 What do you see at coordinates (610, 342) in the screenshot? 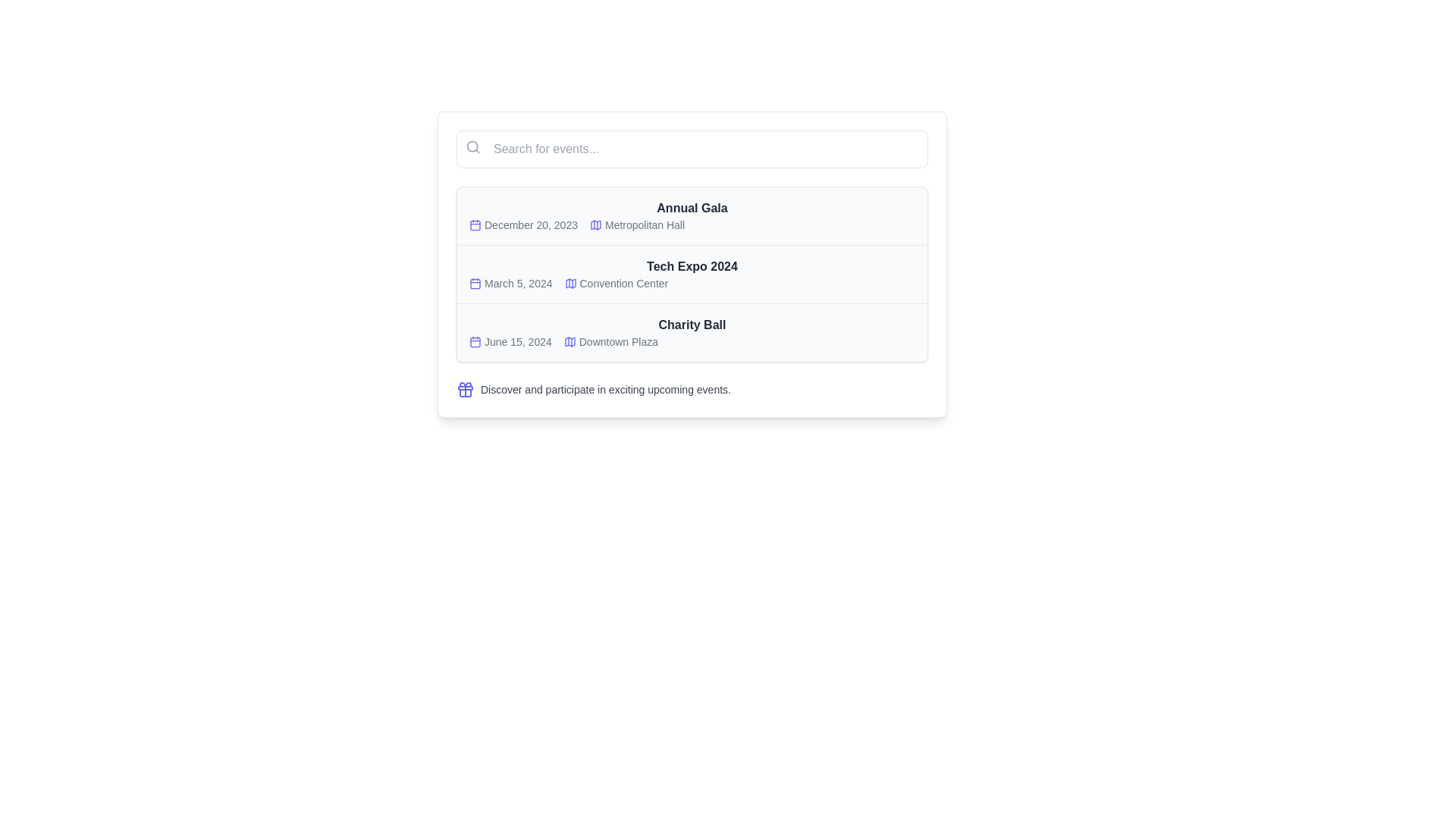
I see `the icon displaying the venue name for the 'Charity Ball' event` at bounding box center [610, 342].